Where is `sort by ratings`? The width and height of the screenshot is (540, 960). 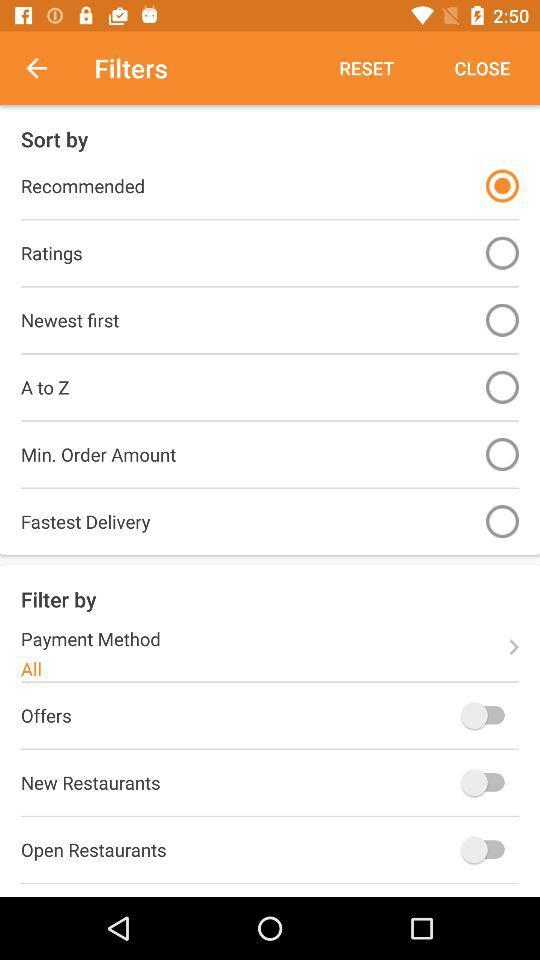 sort by ratings is located at coordinates (501, 252).